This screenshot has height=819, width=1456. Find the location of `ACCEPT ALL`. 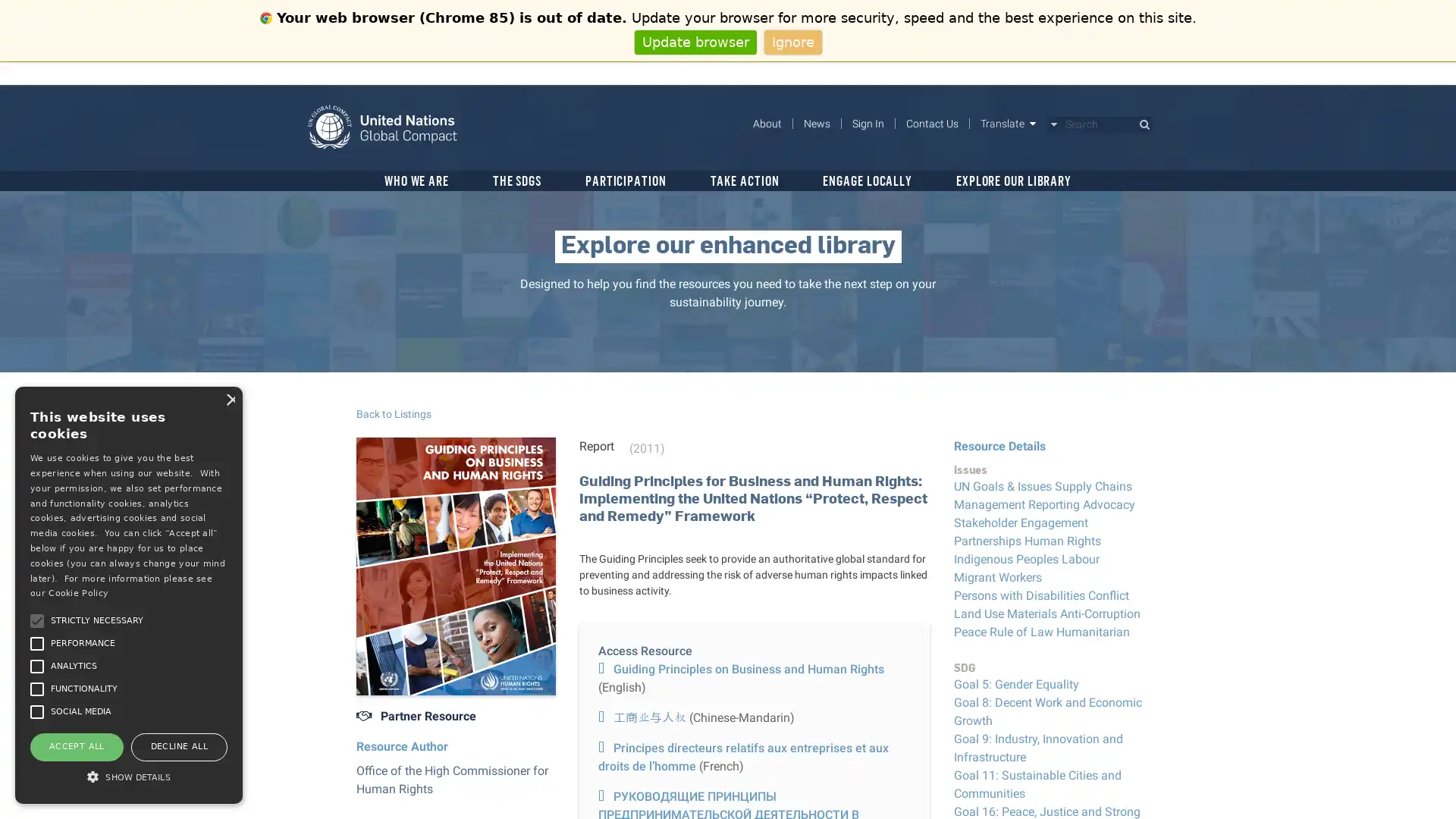

ACCEPT ALL is located at coordinates (75, 745).